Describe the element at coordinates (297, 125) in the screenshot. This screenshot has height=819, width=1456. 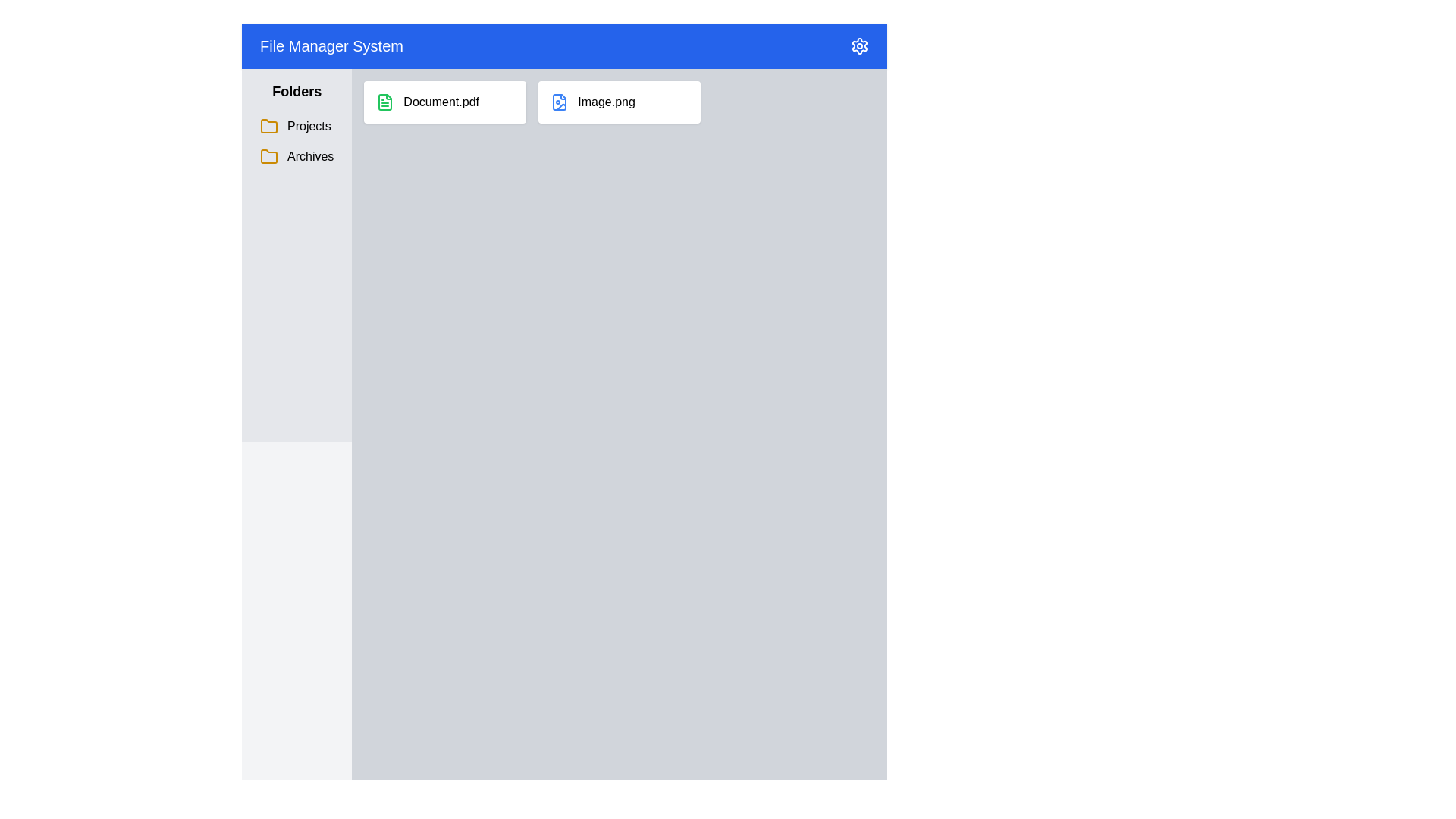
I see `the 'Projects' folder entry in the file manager interface` at that location.